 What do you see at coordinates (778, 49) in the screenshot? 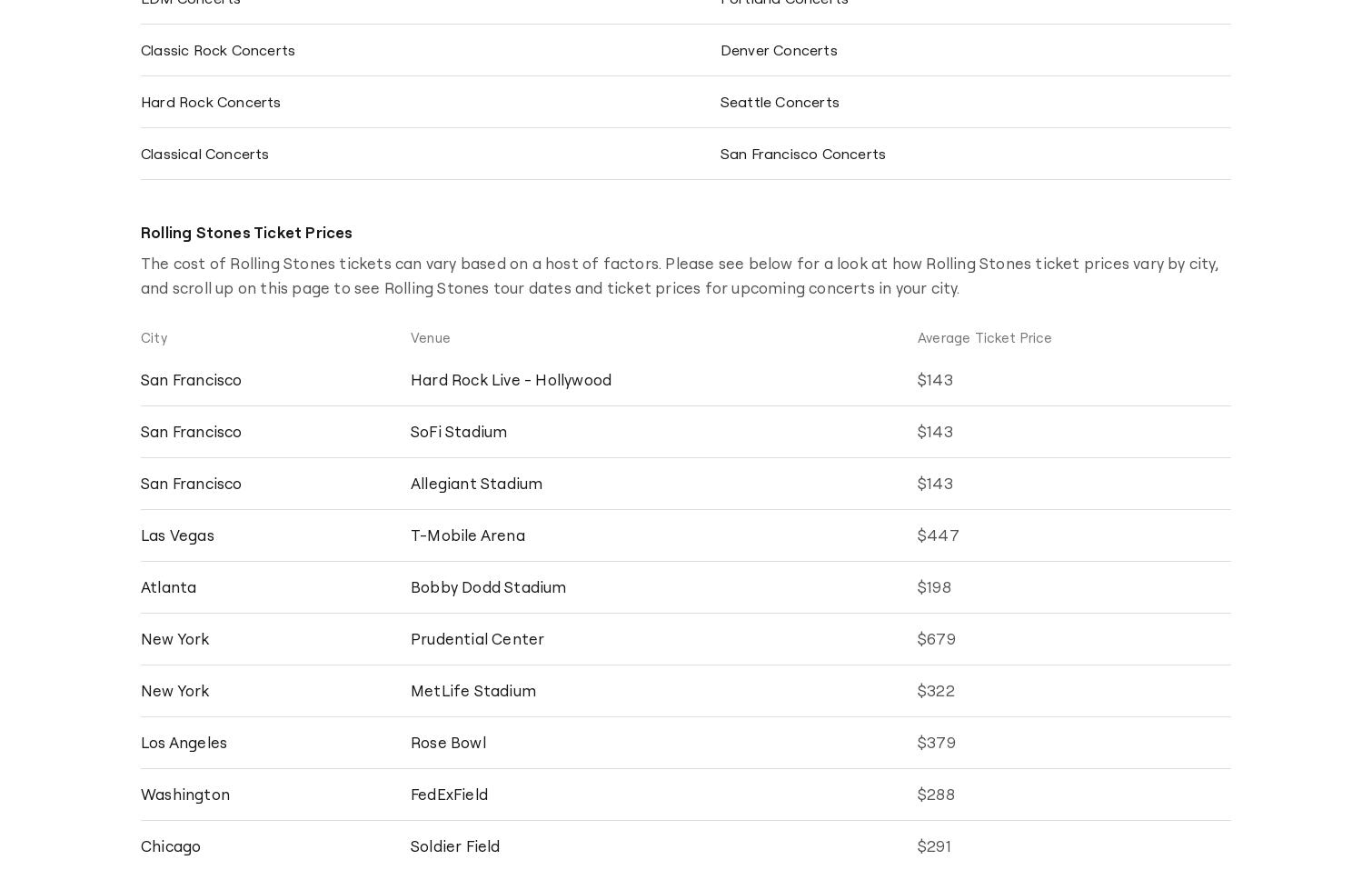
I see `'Denver Concerts'` at bounding box center [778, 49].